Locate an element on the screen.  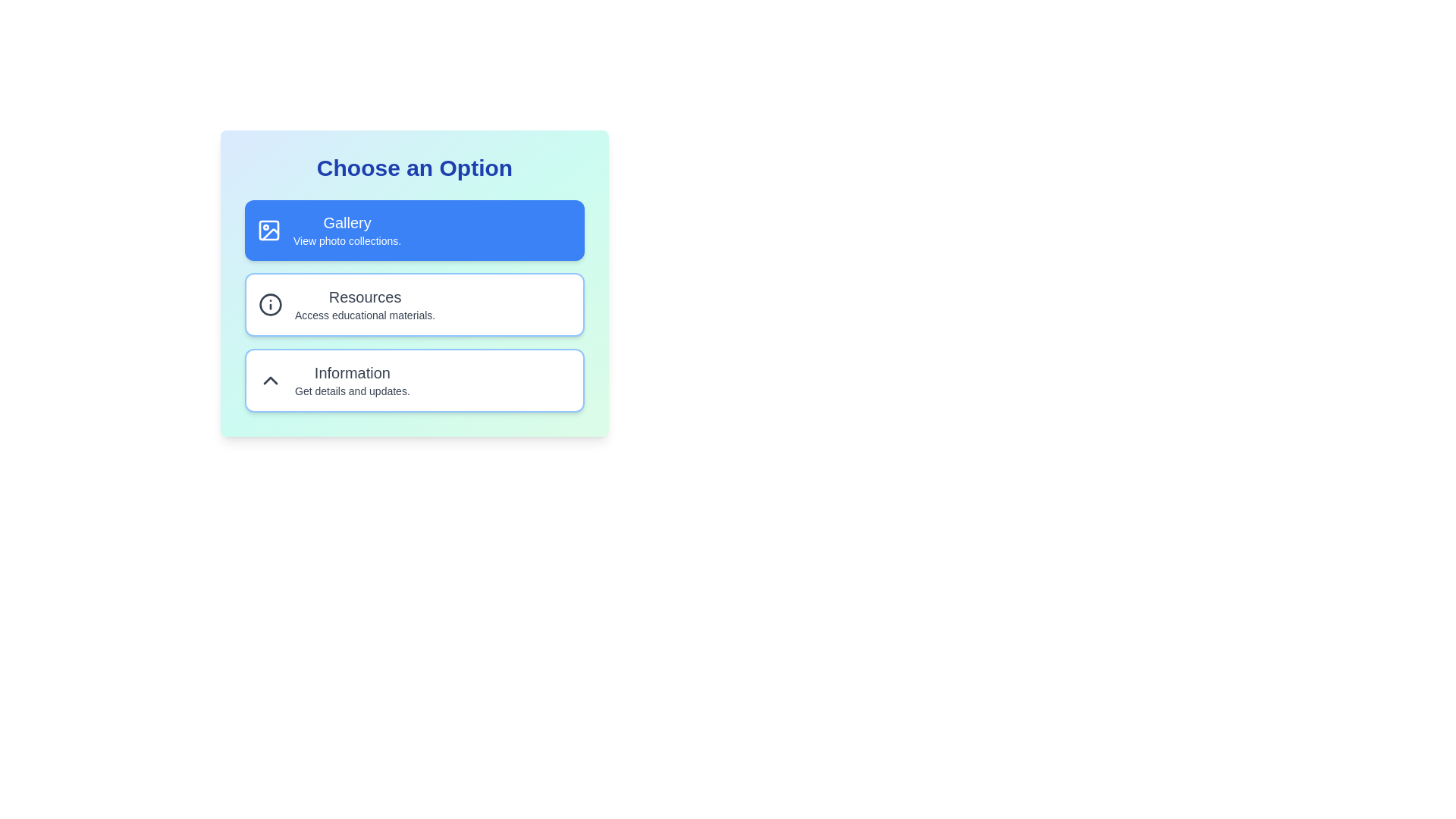
the static text label displaying the word 'Information', which is styled with a larger font and bold weight, located within the bottom interactive card of a vertical stack of options is located at coordinates (351, 373).